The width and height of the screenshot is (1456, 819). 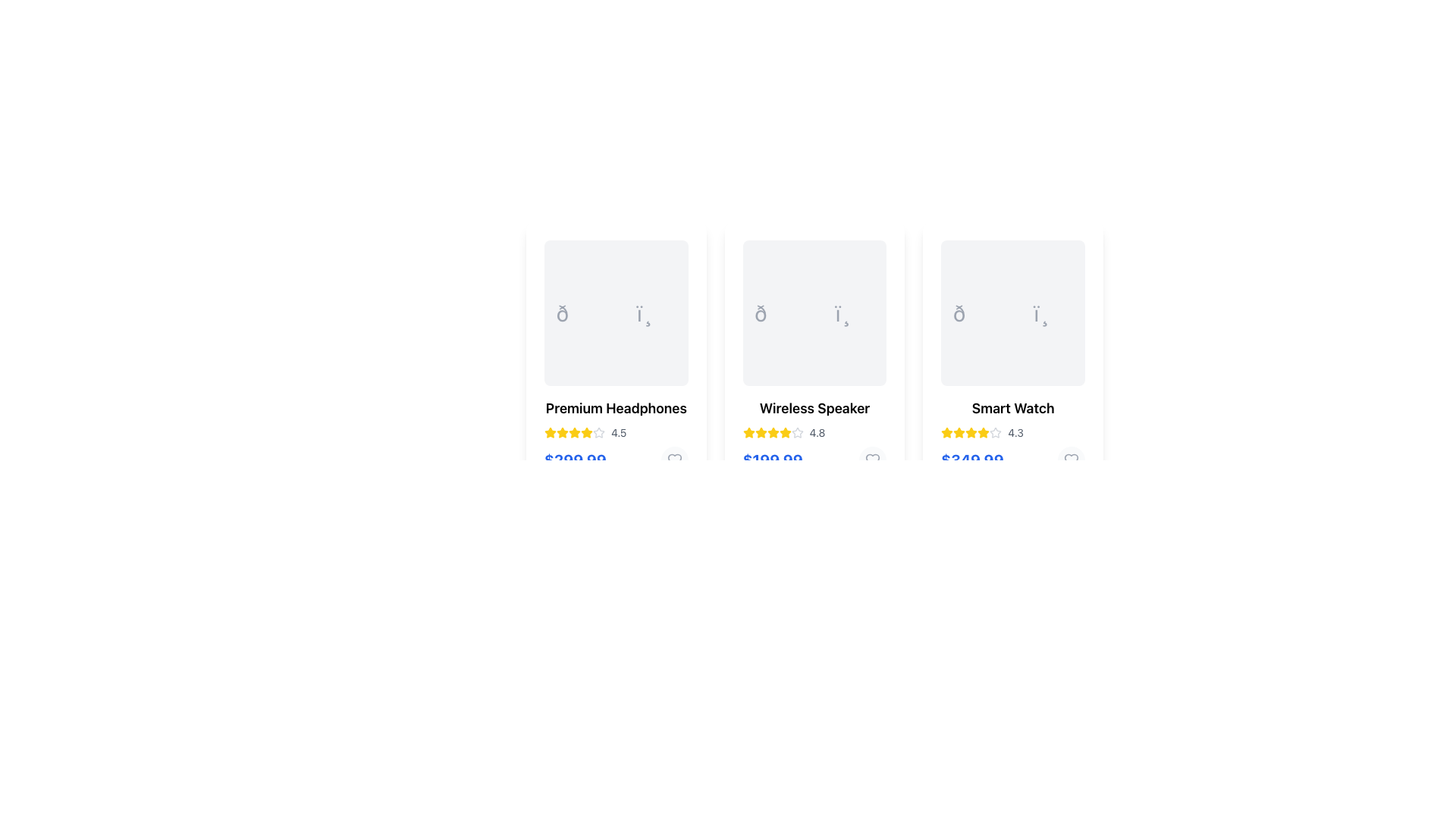 What do you see at coordinates (1013, 408) in the screenshot?
I see `the text label displaying 'Smart Watch', which is styled in a bold font and located in the third column of the product listings card, positioned below the product image` at bounding box center [1013, 408].